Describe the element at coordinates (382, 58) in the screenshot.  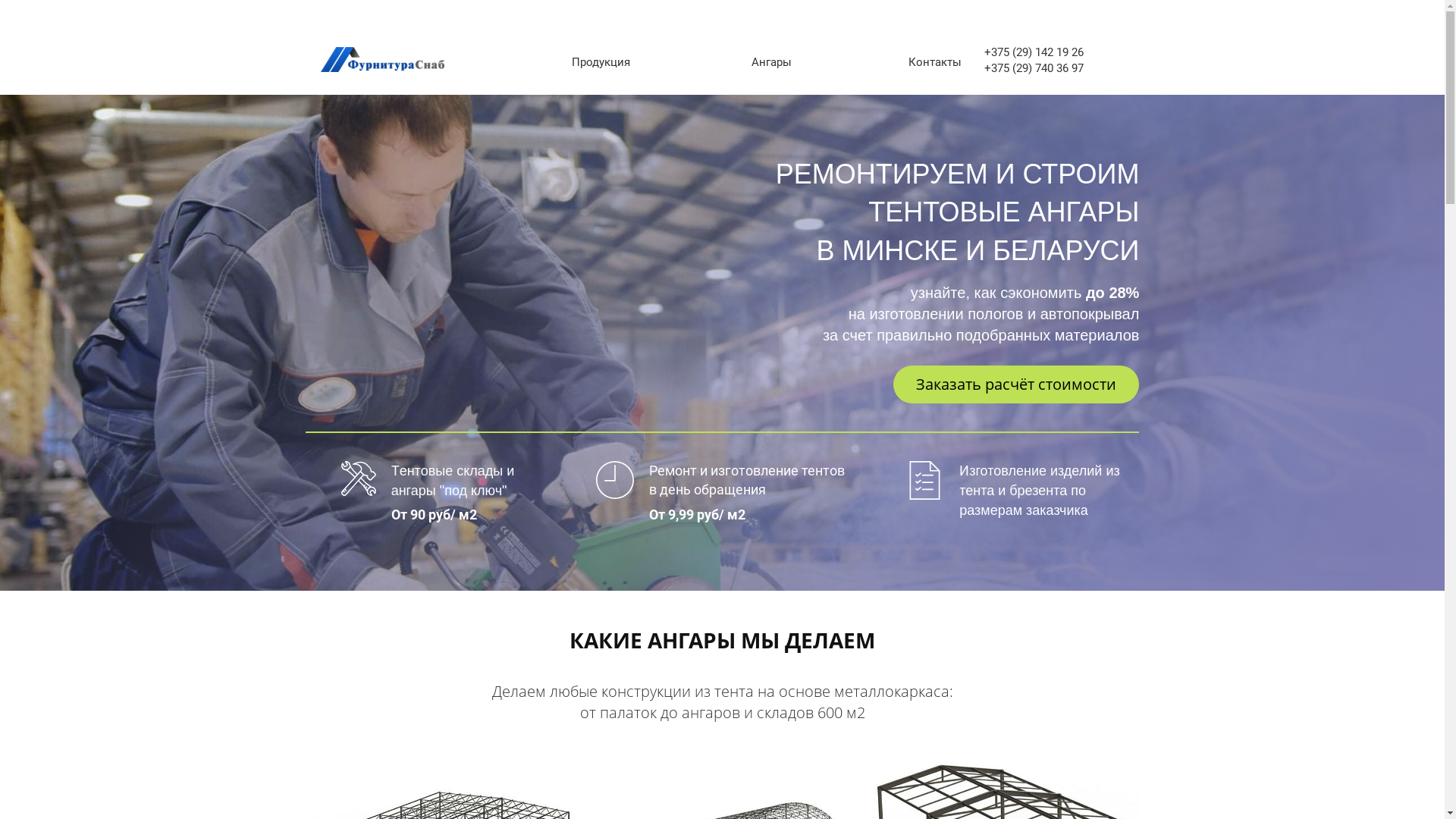
I see `'furniturasnab-logo'` at that location.